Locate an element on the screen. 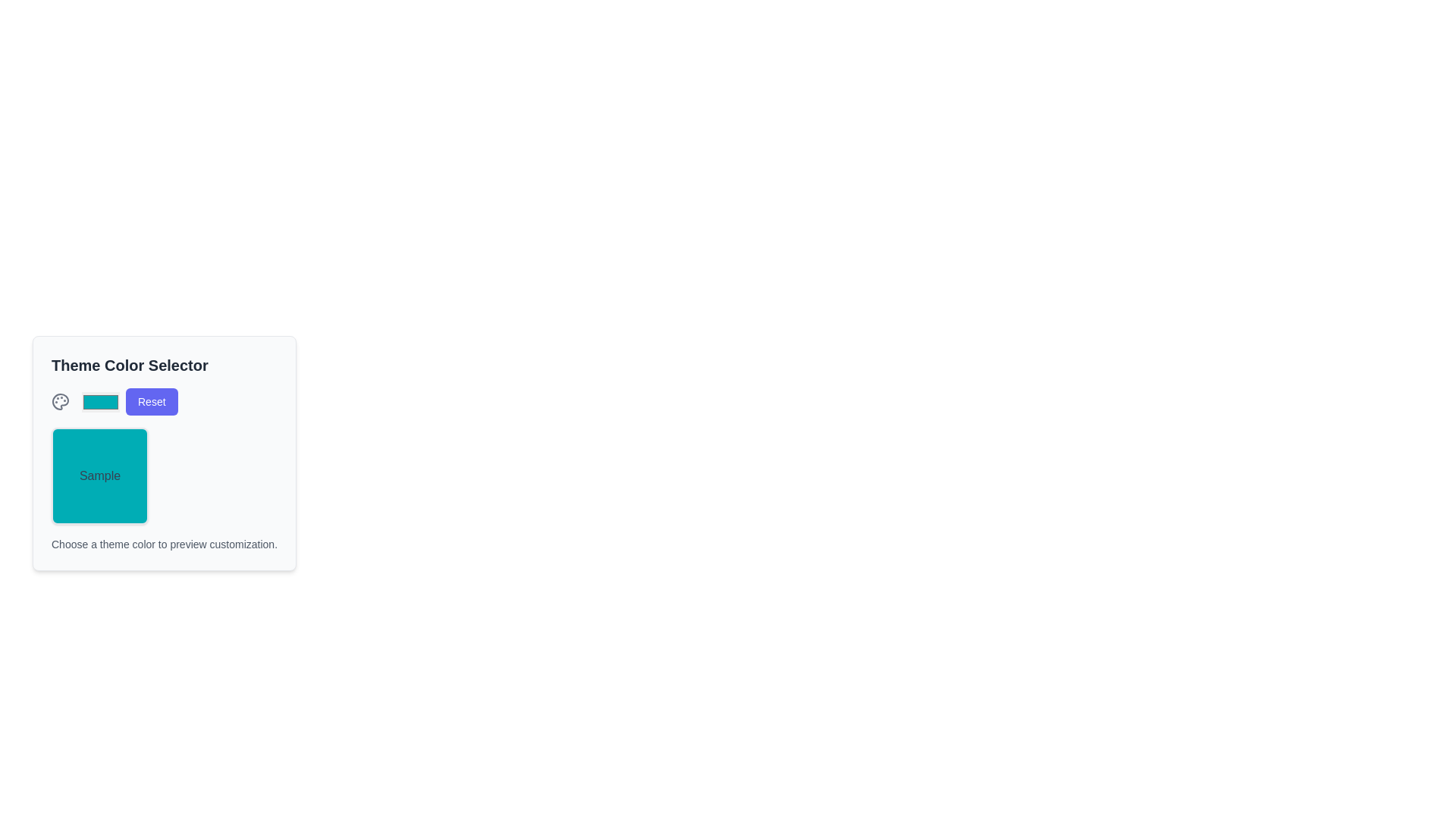  the Color Picker Input within the 'Theme Color Selector' group is located at coordinates (100, 400).